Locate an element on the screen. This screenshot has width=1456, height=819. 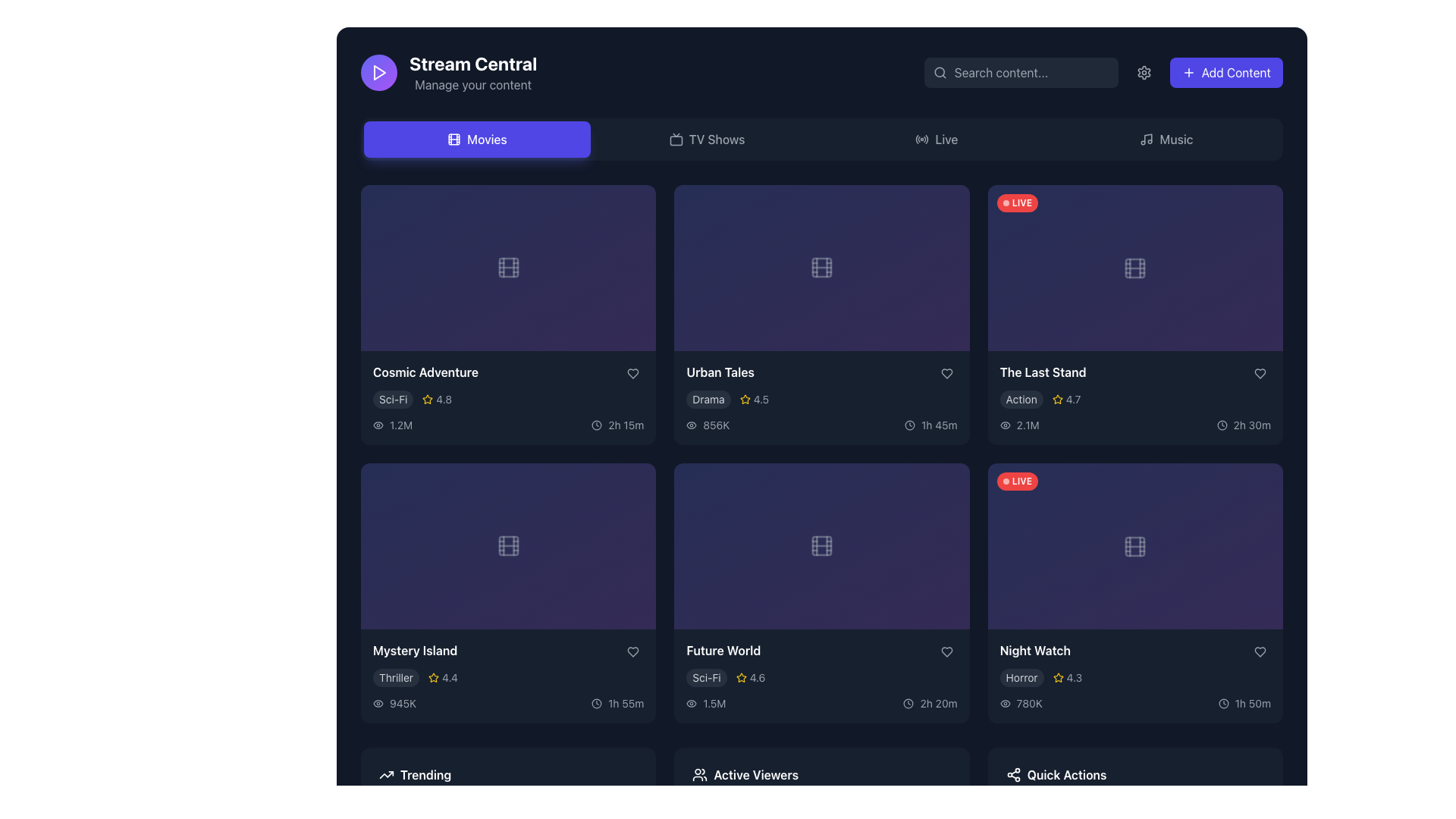
the time icon positioned immediately to the left of the '1h 50m' text in the same row is located at coordinates (1223, 704).